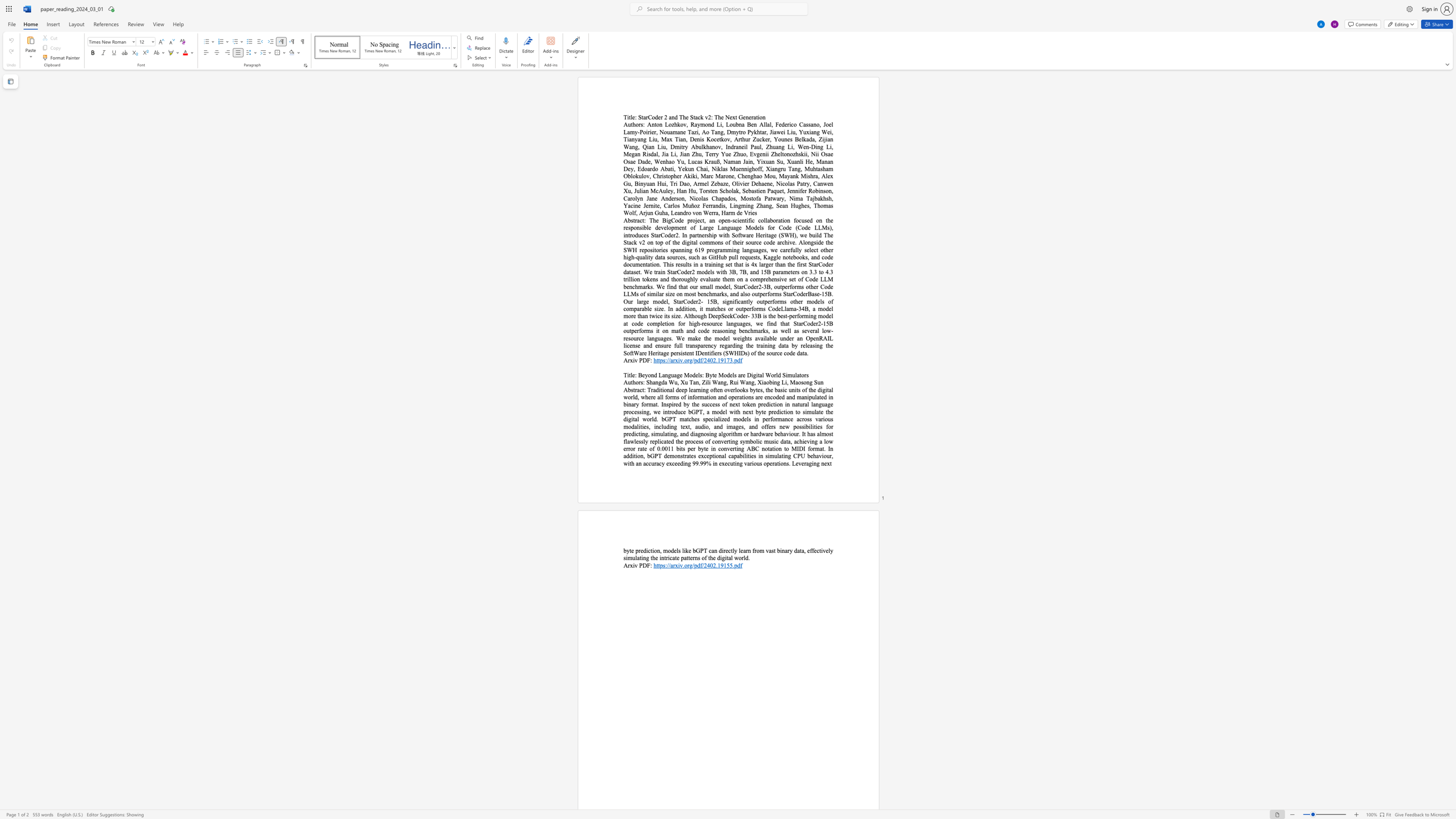  I want to click on the subset text "ing, we introduce bGPT, a model with next byte prediction to simulate the digital world. bGPT matches specialized models in performance across various modalities, including text, audio, and images, and offers new possibilities for predicting, simulating, and diagnosing algorithm or hardware b" within the text "Traditional deep learning often overlooks bytes, the basic units of the digital world, where all forms of information and operations are encoded and manipulated in binary format. Inspired by the success of next token prediction in natural language processing, we introduce bGPT, a model with next byte prediction to simulate the digital world. bGPT matches specialized models in performance across various modalities, including text, audio, and images, and offers new possibilities for predicting, simulating, and diagnosing algorithm or hardware behaviour. It has almost flawlessly", so click(641, 411).